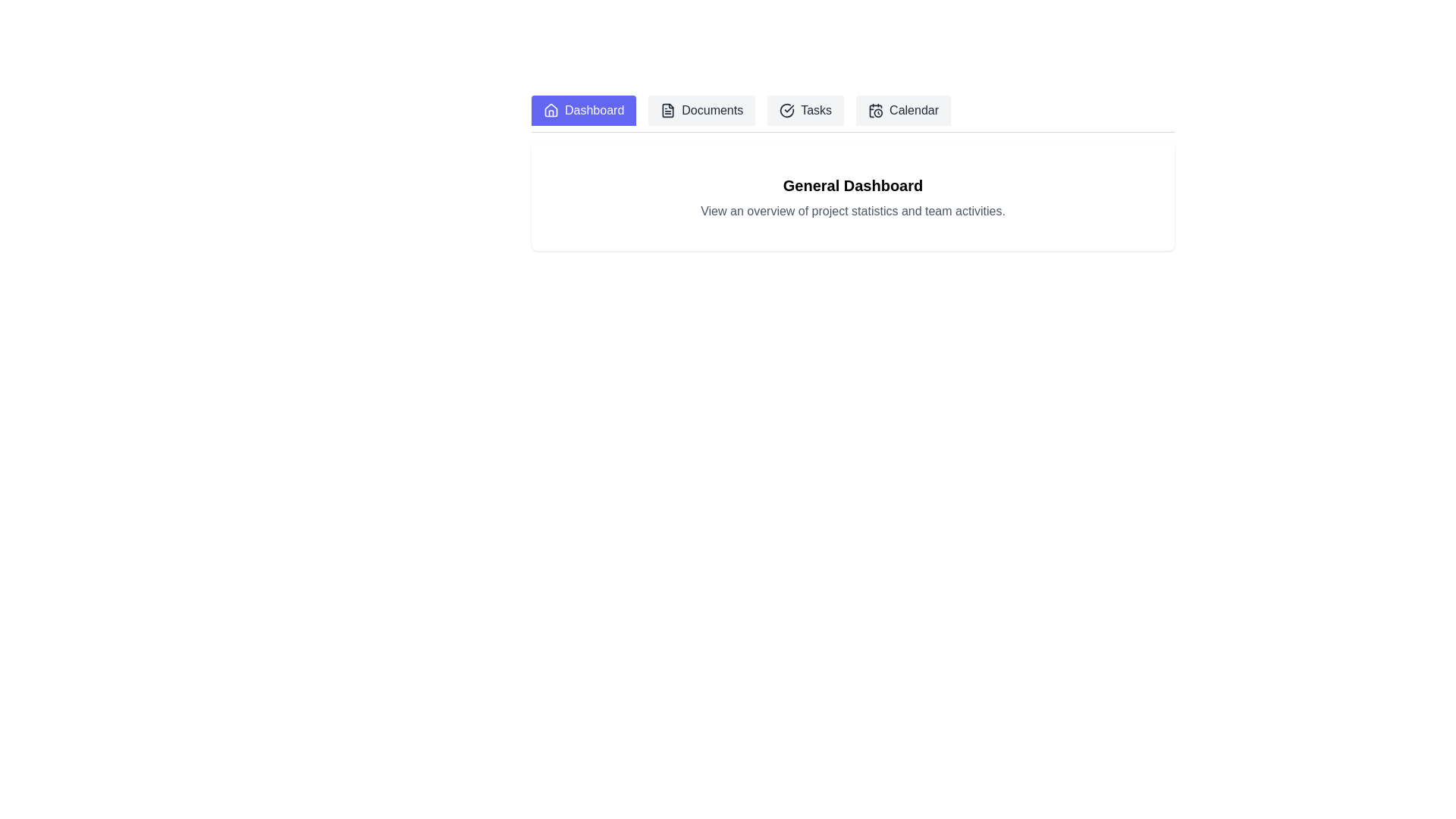 This screenshot has height=819, width=1456. Describe the element at coordinates (876, 110) in the screenshot. I see `the 'Calendar' icon in the top-right navigation bar` at that location.